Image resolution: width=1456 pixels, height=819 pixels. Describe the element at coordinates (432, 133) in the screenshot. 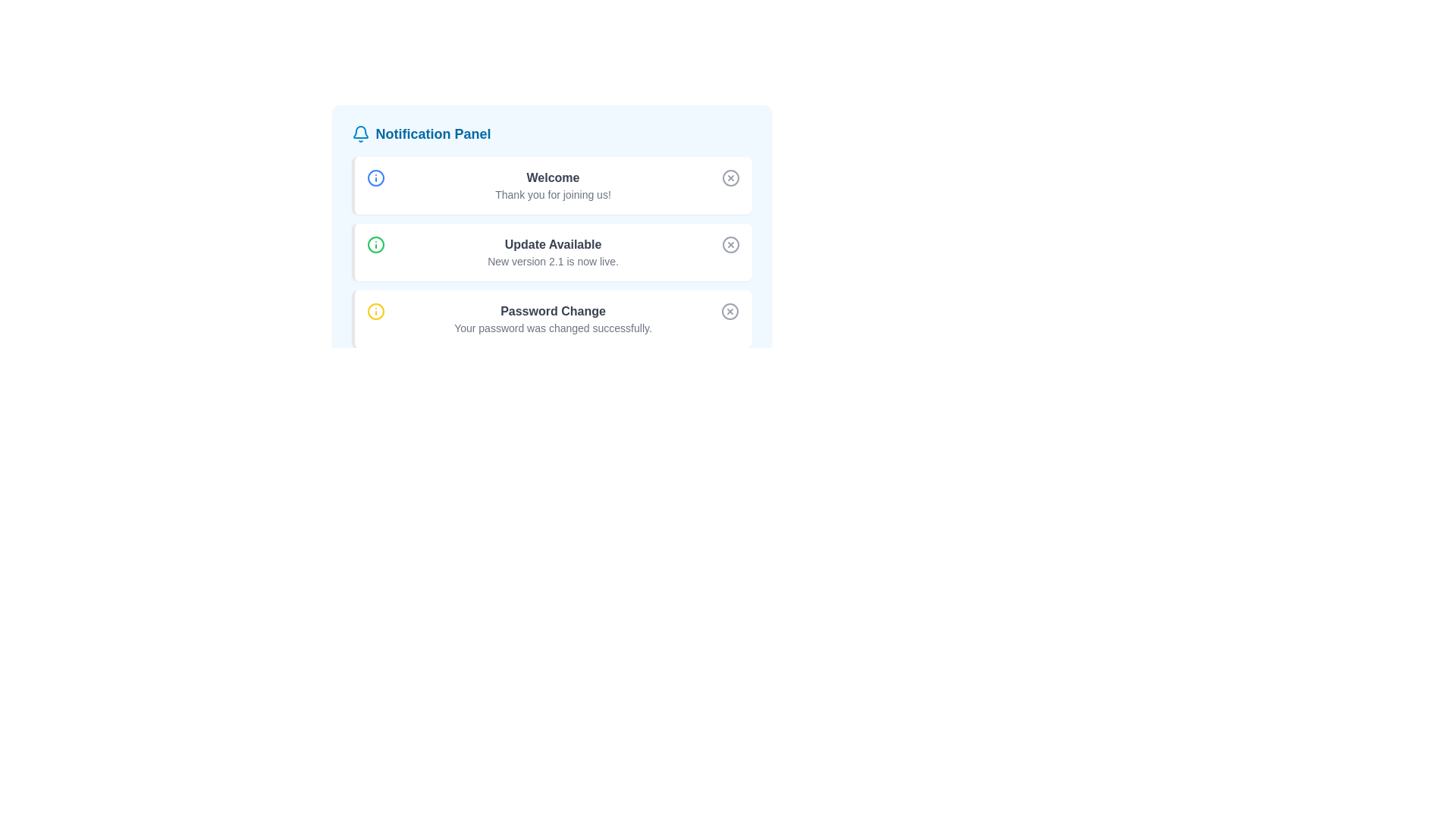

I see `the Text label that serves as a heading for the Notification Panel, located at the top-center of the notification interface, next to a bell icon` at that location.